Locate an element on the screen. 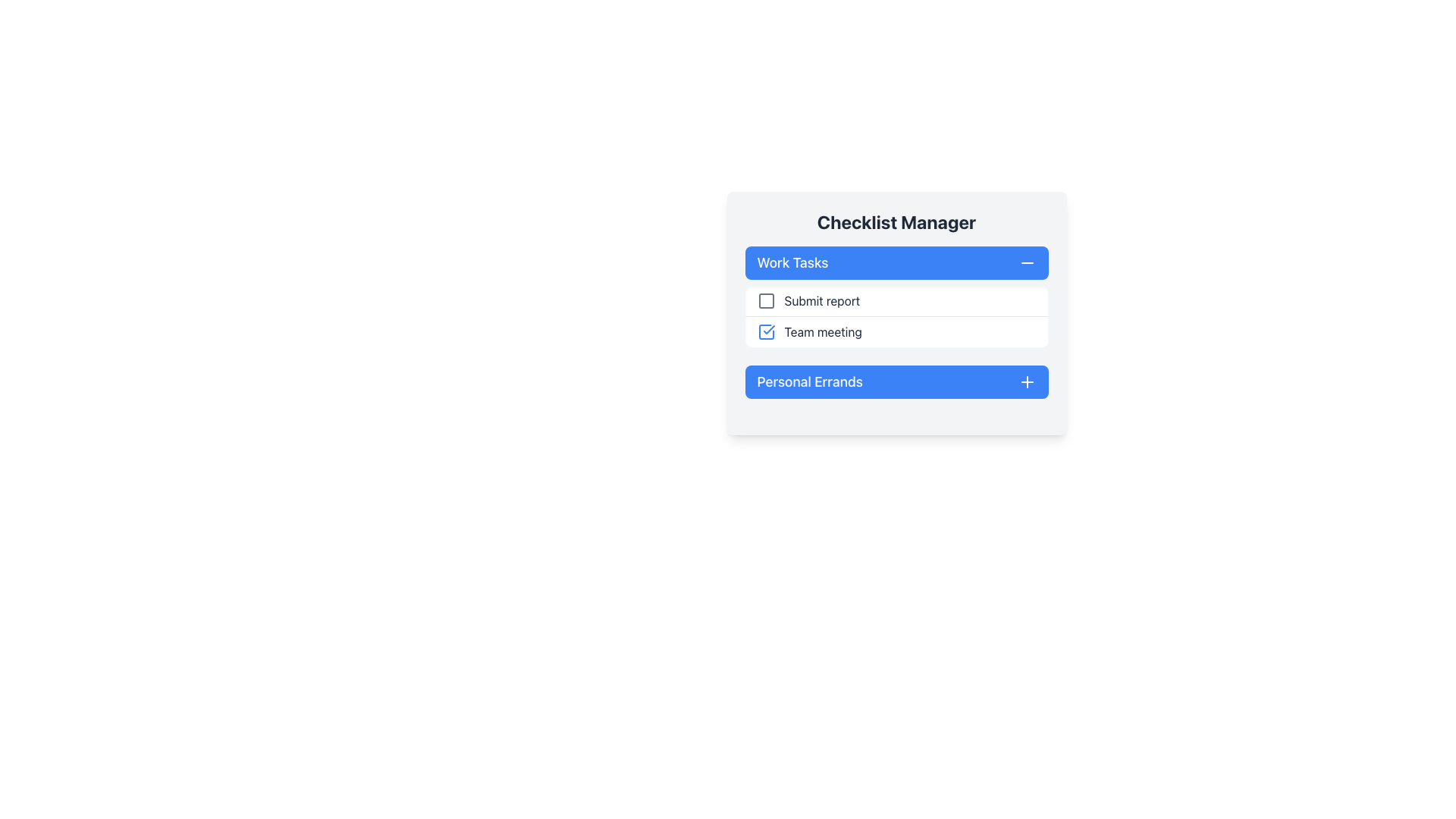  the 'Submit report' checklist item is located at coordinates (896, 301).